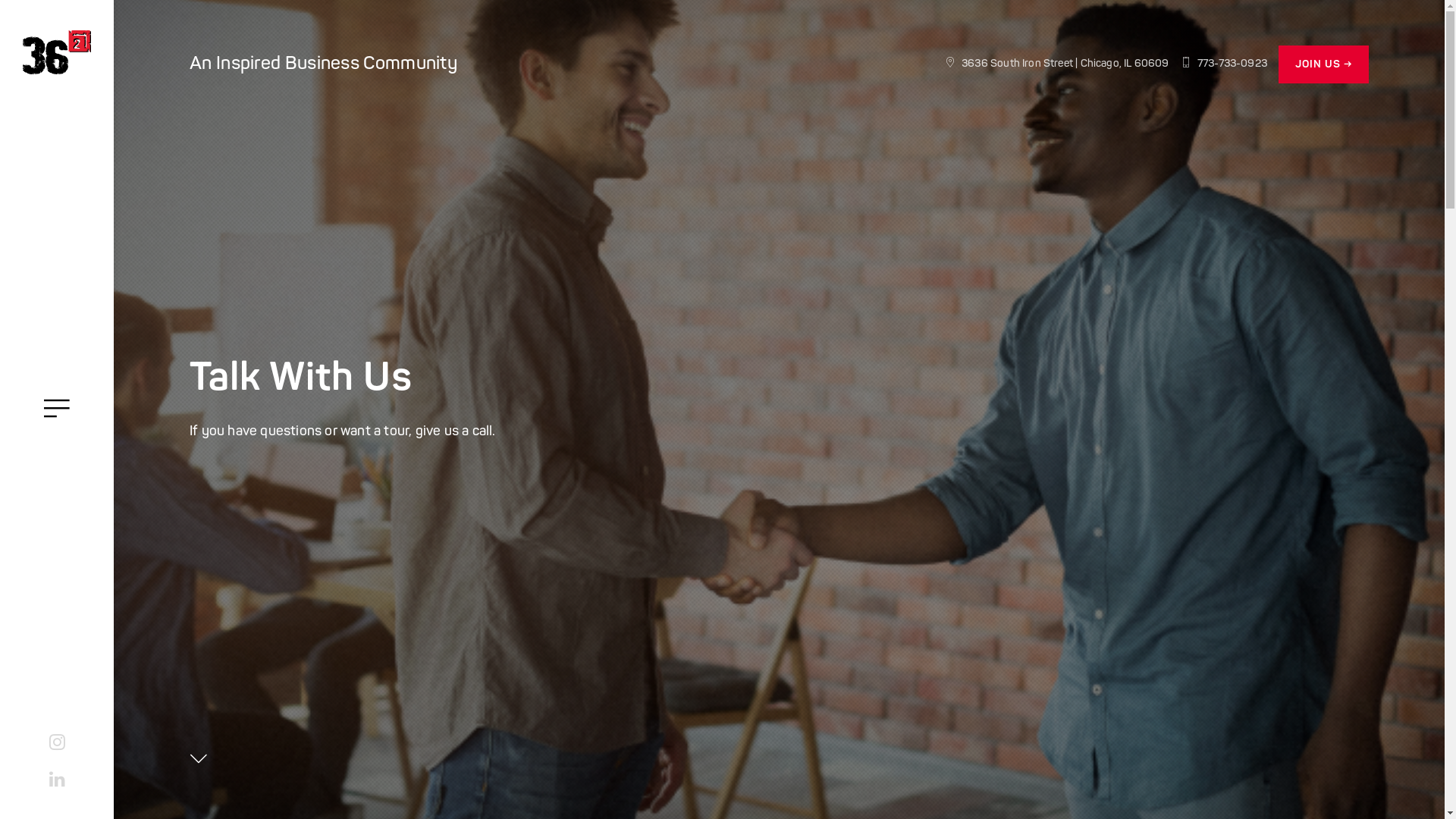  Describe the element at coordinates (1223, 63) in the screenshot. I see `'773-733-0923'` at that location.